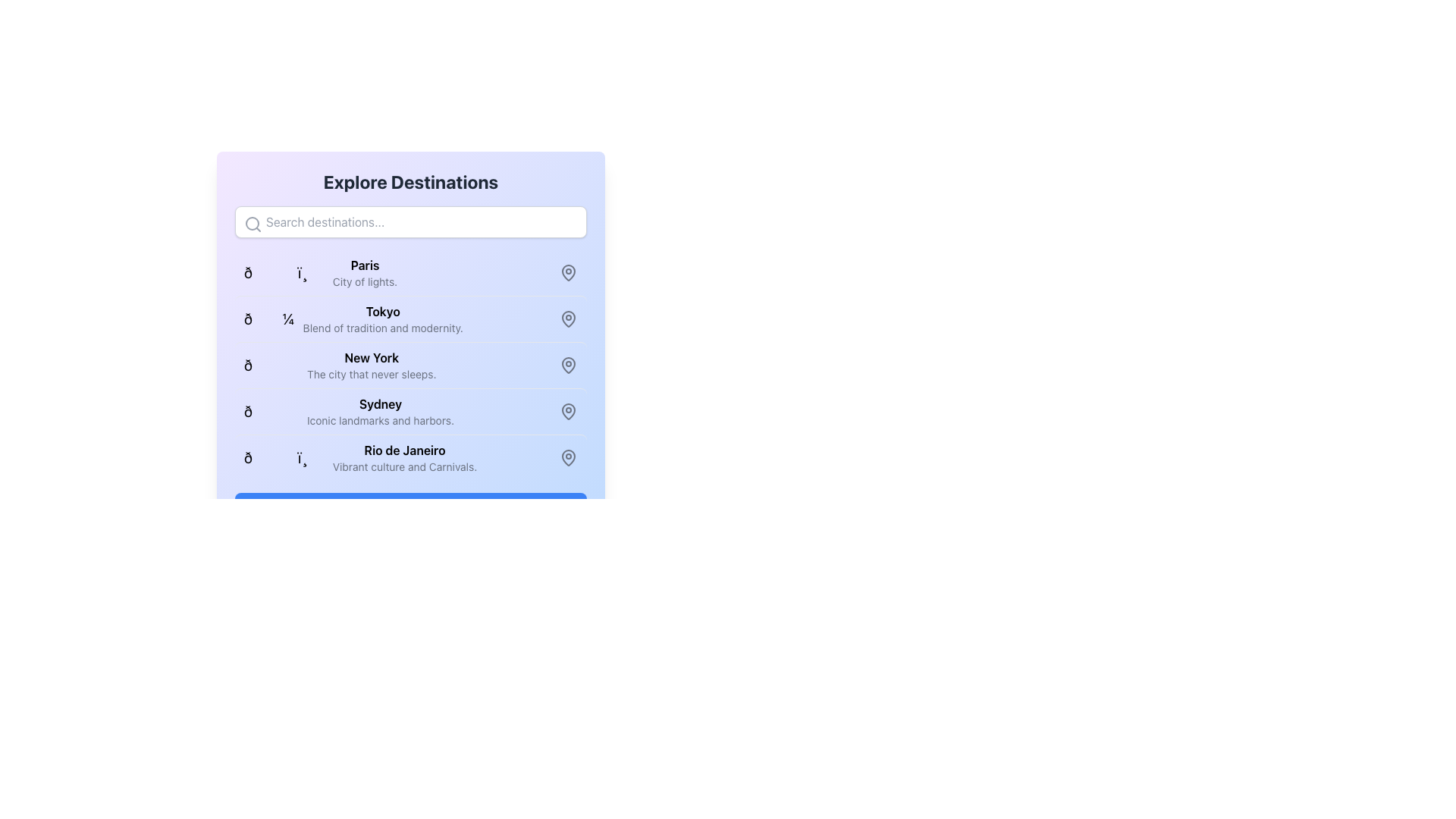 This screenshot has width=1456, height=819. I want to click on the static text element displaying 'New York', which identifies this specific entry in the list of destinations, so click(372, 357).